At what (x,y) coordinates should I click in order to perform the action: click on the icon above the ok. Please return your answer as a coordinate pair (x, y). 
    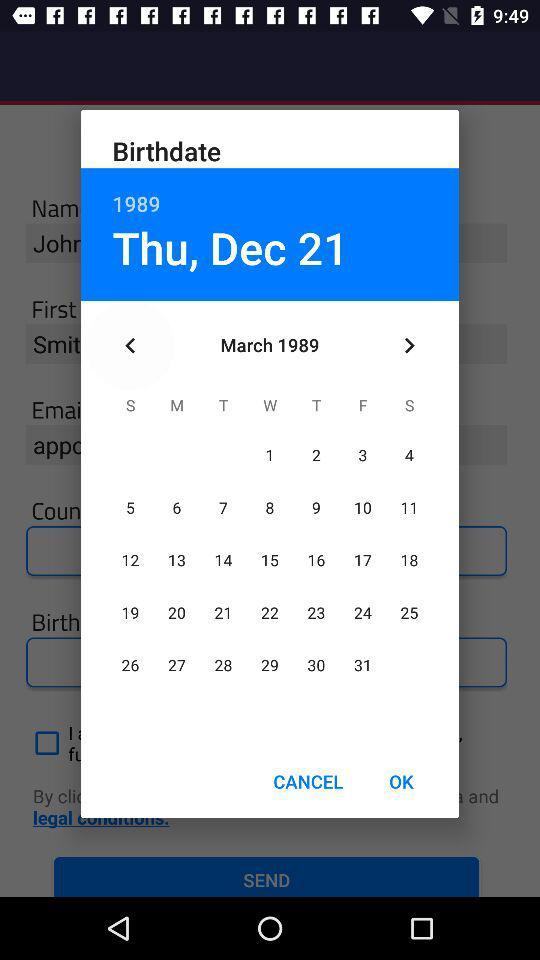
    Looking at the image, I should click on (408, 345).